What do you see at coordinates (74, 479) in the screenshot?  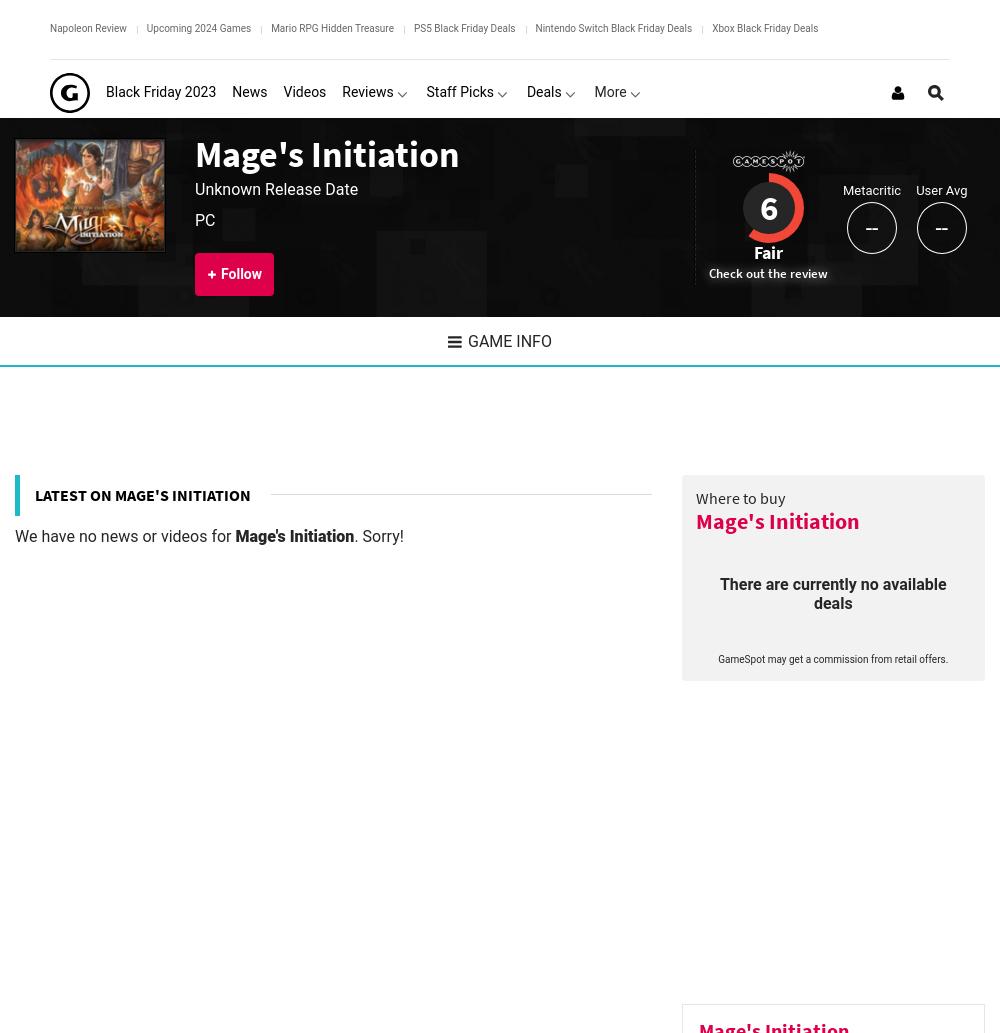 I see `'News & Features'` at bounding box center [74, 479].